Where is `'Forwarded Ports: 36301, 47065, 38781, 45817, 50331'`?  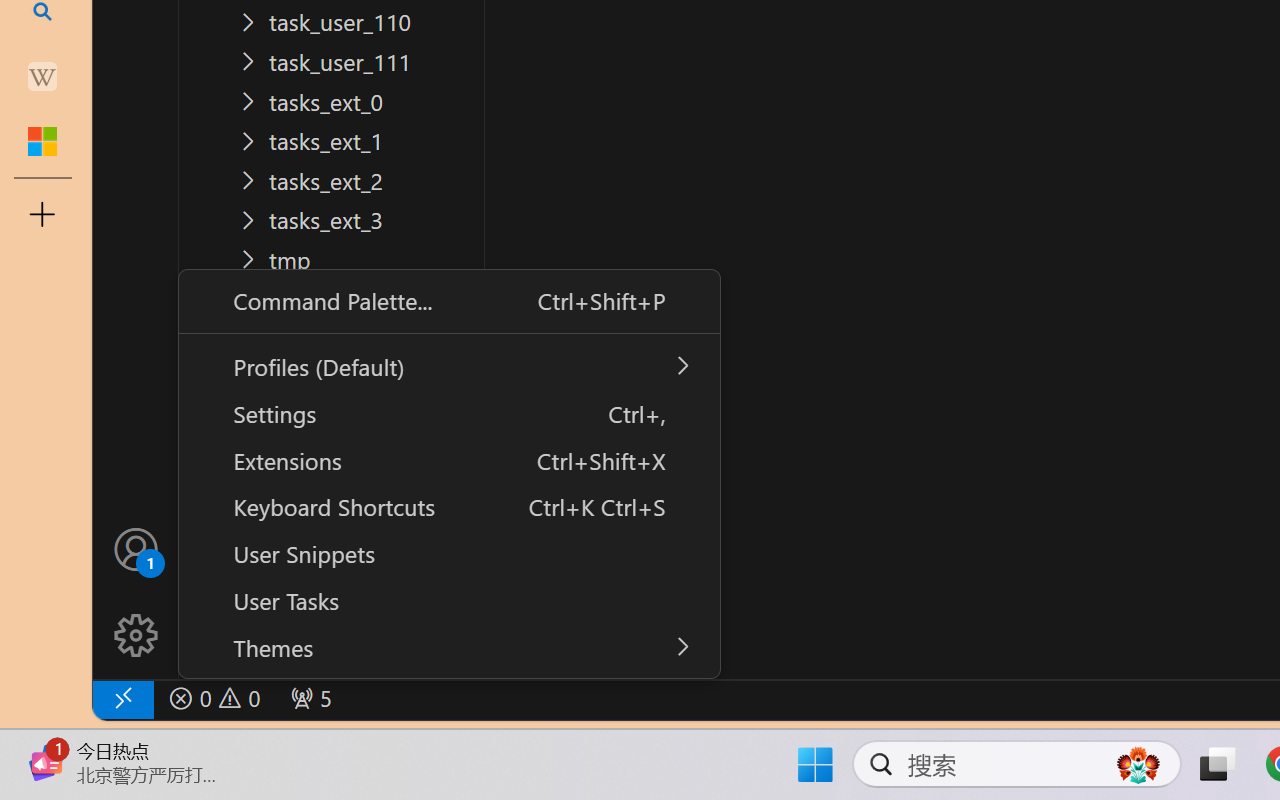 'Forwarded Ports: 36301, 47065, 38781, 45817, 50331' is located at coordinates (308, 698).